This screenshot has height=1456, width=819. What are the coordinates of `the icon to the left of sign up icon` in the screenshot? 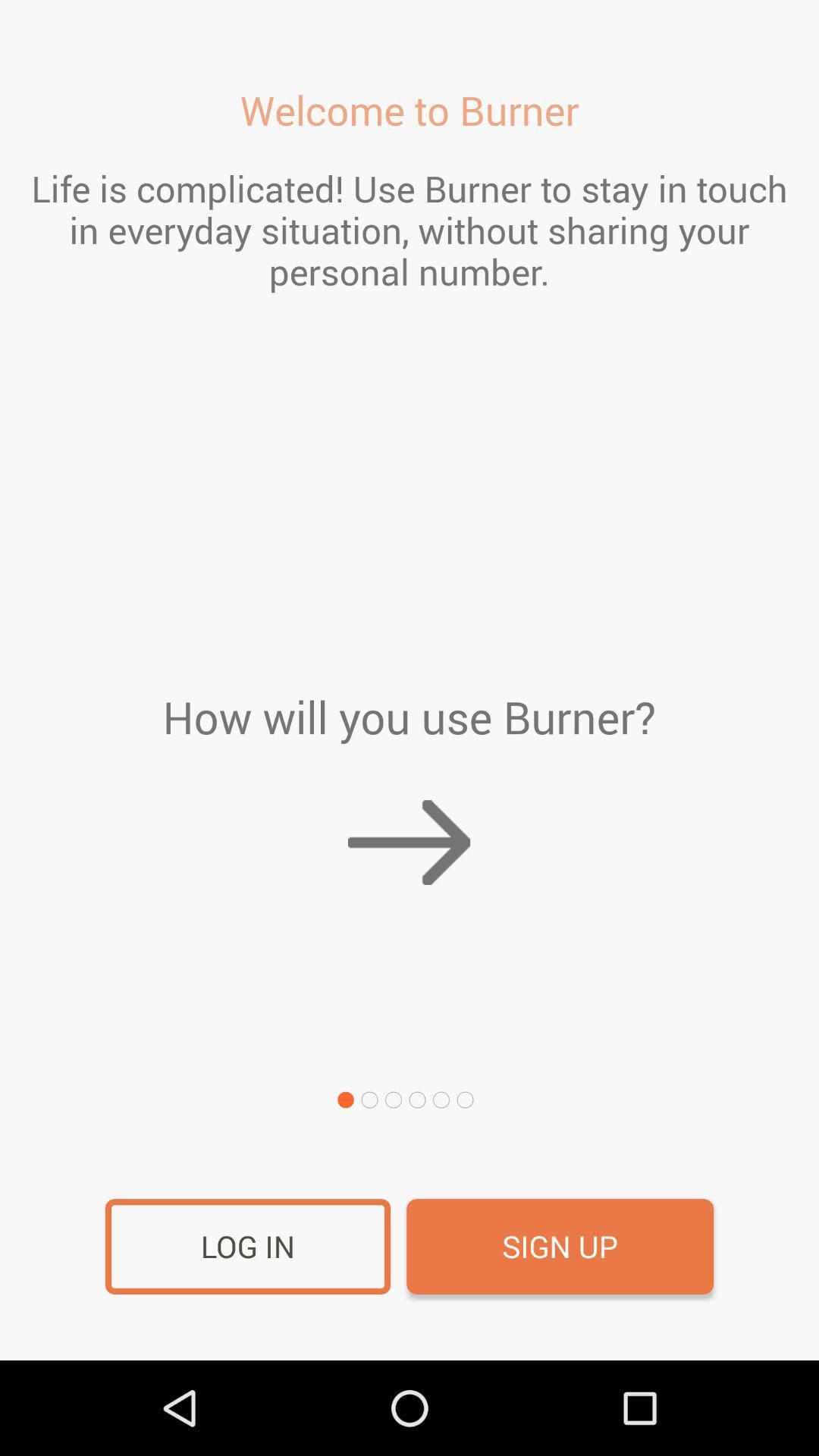 It's located at (247, 1247).